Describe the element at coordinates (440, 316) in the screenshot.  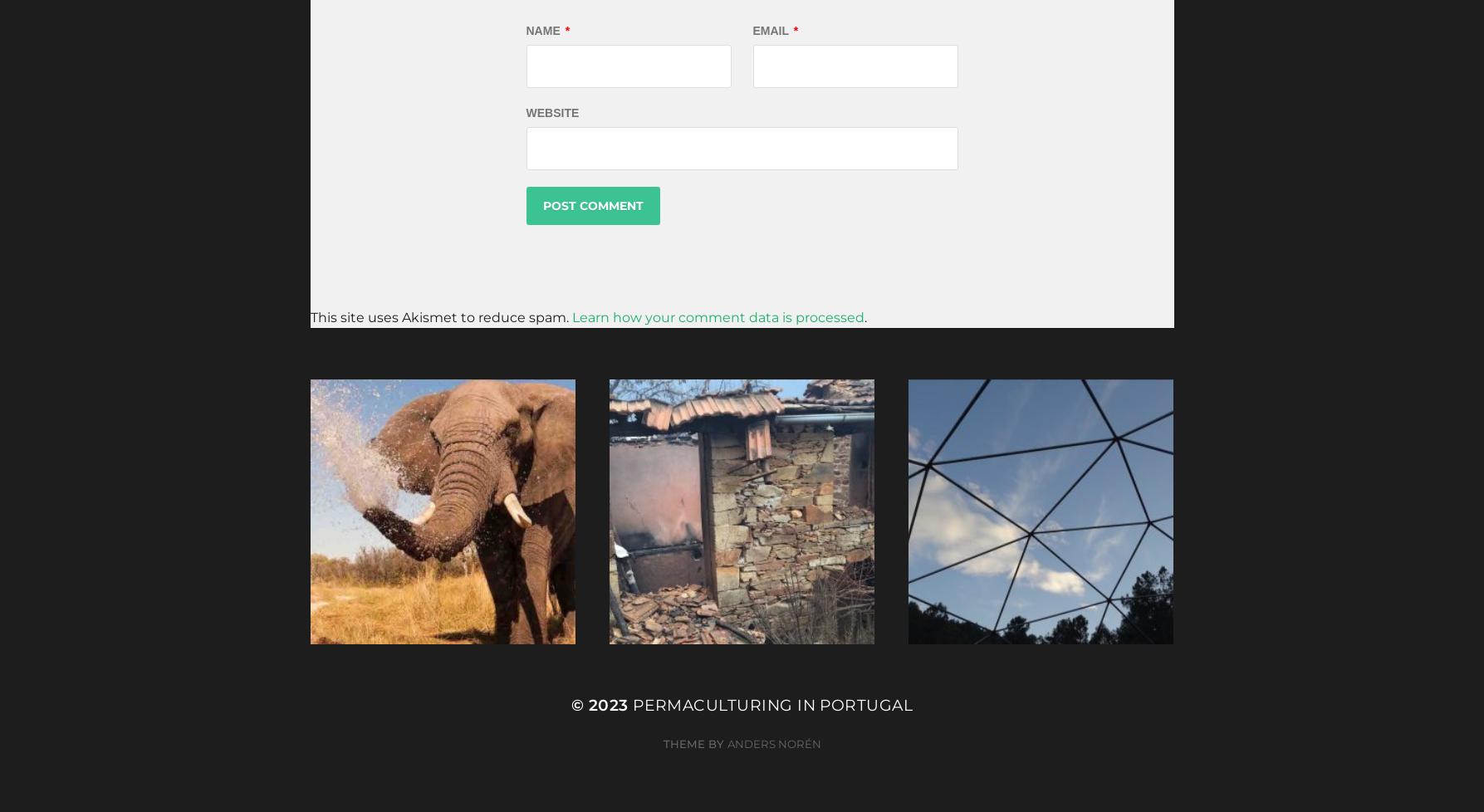
I see `'This site uses Akismet to reduce spam.'` at that location.